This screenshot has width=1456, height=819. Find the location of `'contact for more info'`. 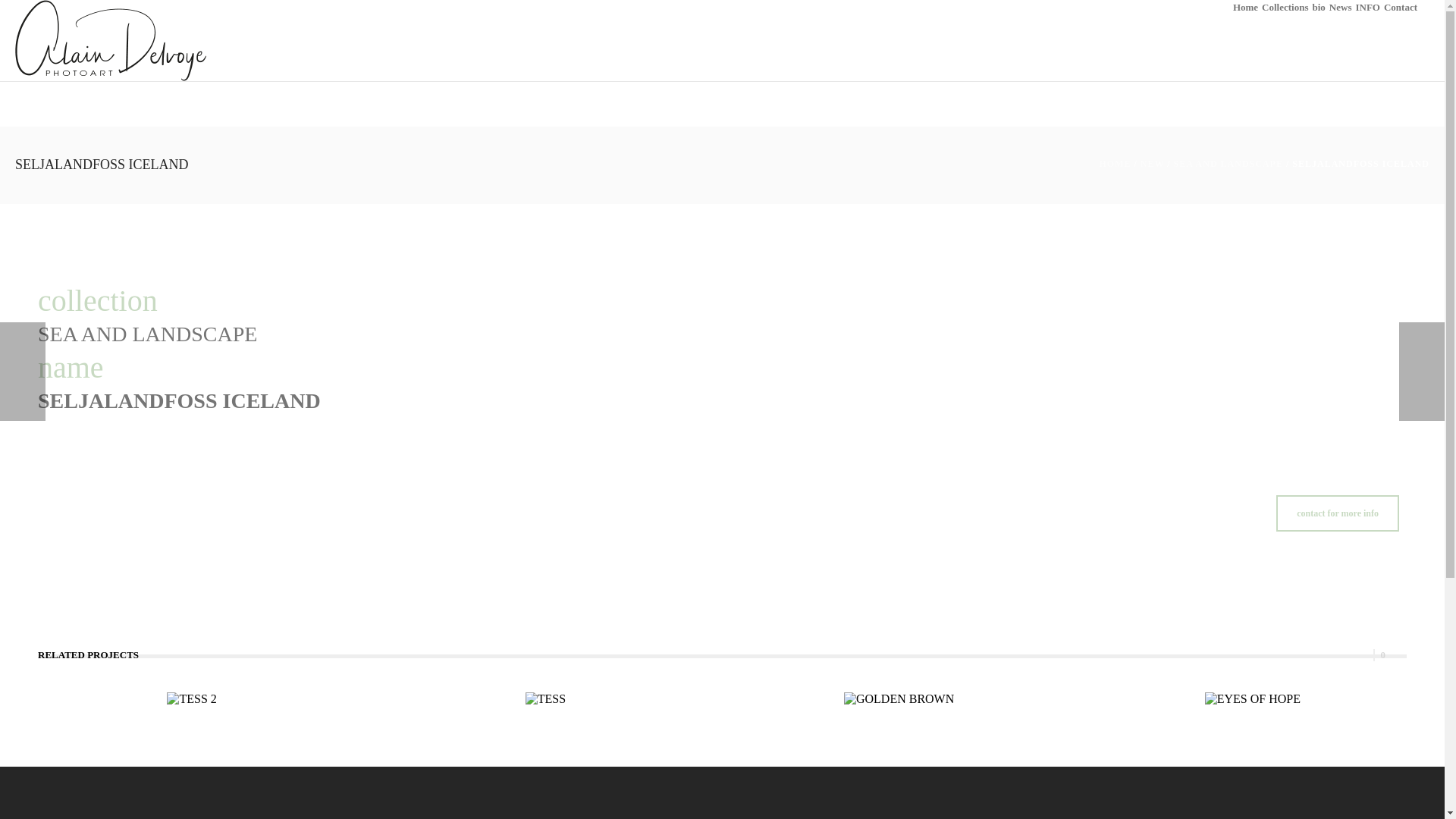

'contact for more info' is located at coordinates (1337, 513).